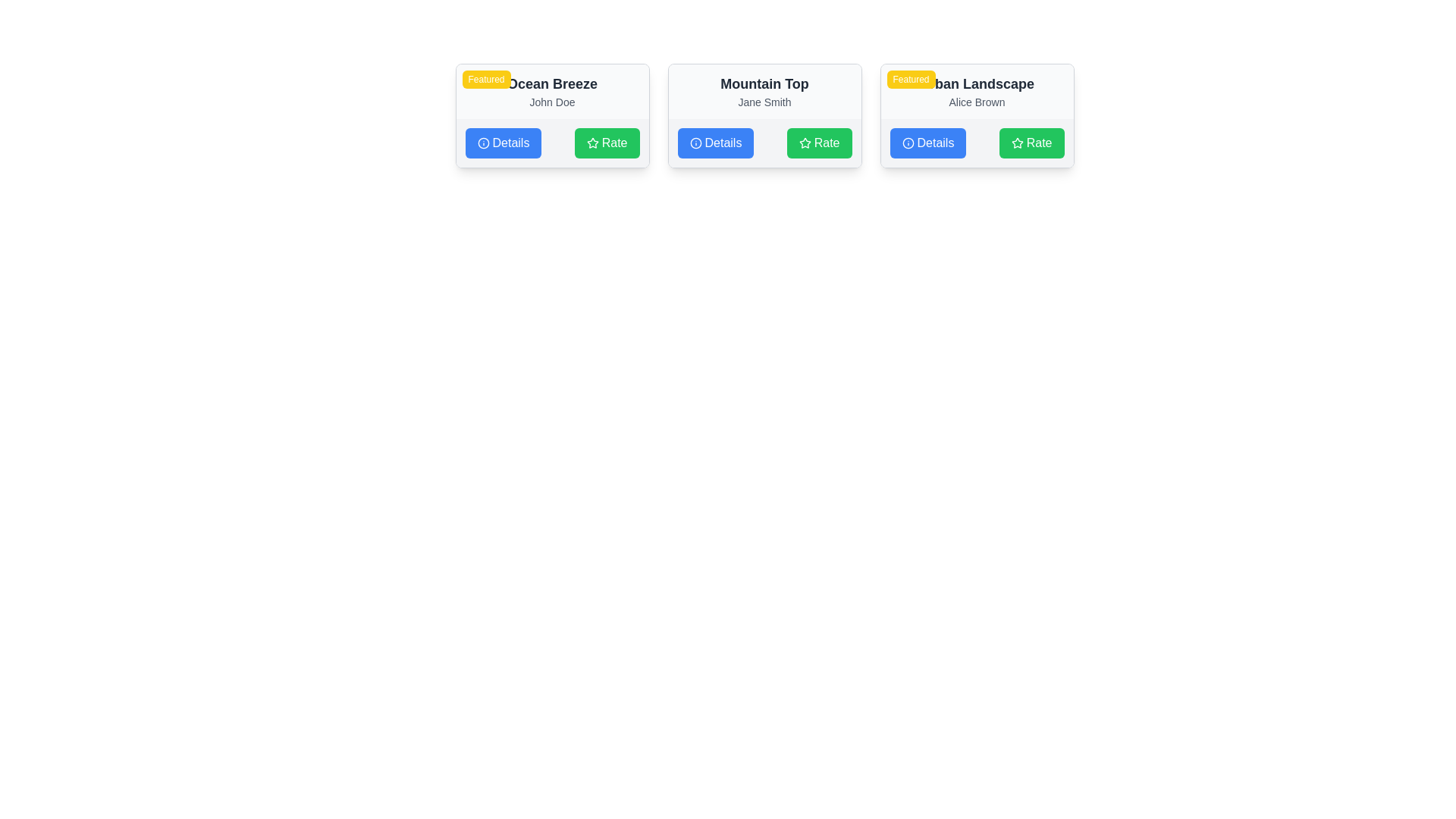 Image resolution: width=1456 pixels, height=819 pixels. I want to click on the 'featured' label located at the top-left corner of the 'Ocean Breeze' card, which serves as a visual highlight to indicate noteworthy content, so click(486, 79).